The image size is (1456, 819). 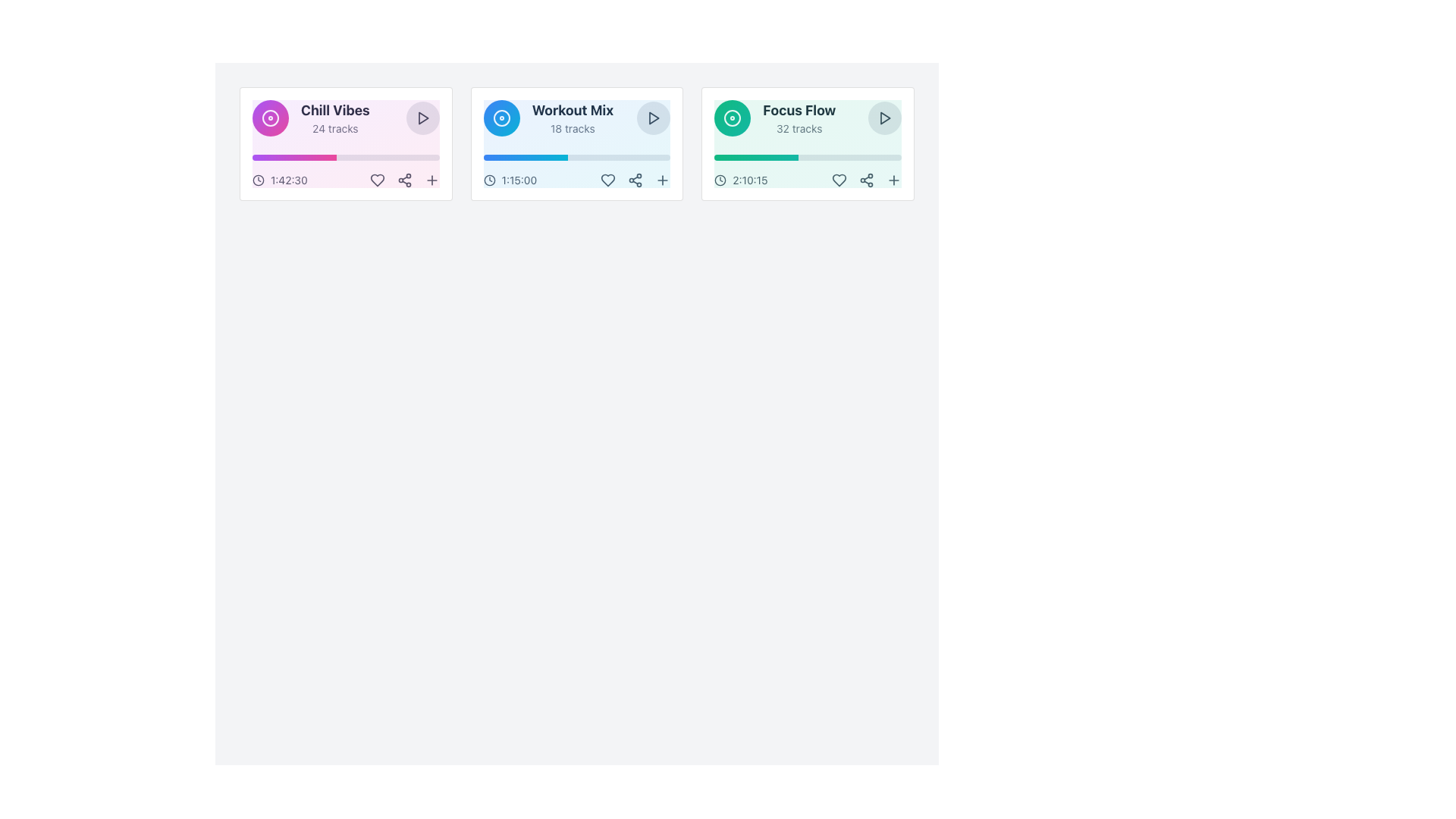 What do you see at coordinates (884, 117) in the screenshot?
I see `the play button located in the top-right section of the 'Focus Flow' card` at bounding box center [884, 117].